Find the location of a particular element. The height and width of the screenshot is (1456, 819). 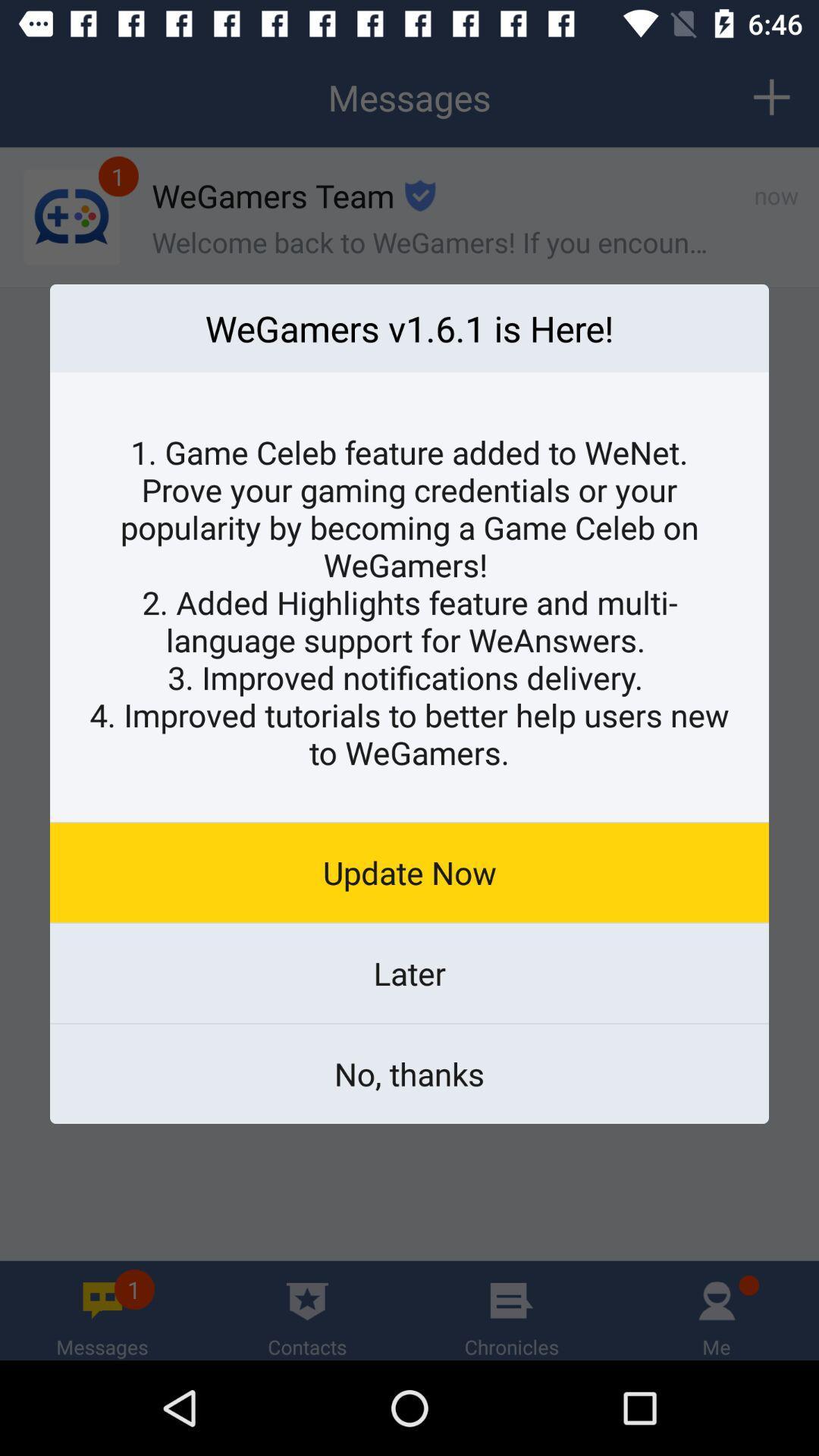

the later icon is located at coordinates (409, 973).